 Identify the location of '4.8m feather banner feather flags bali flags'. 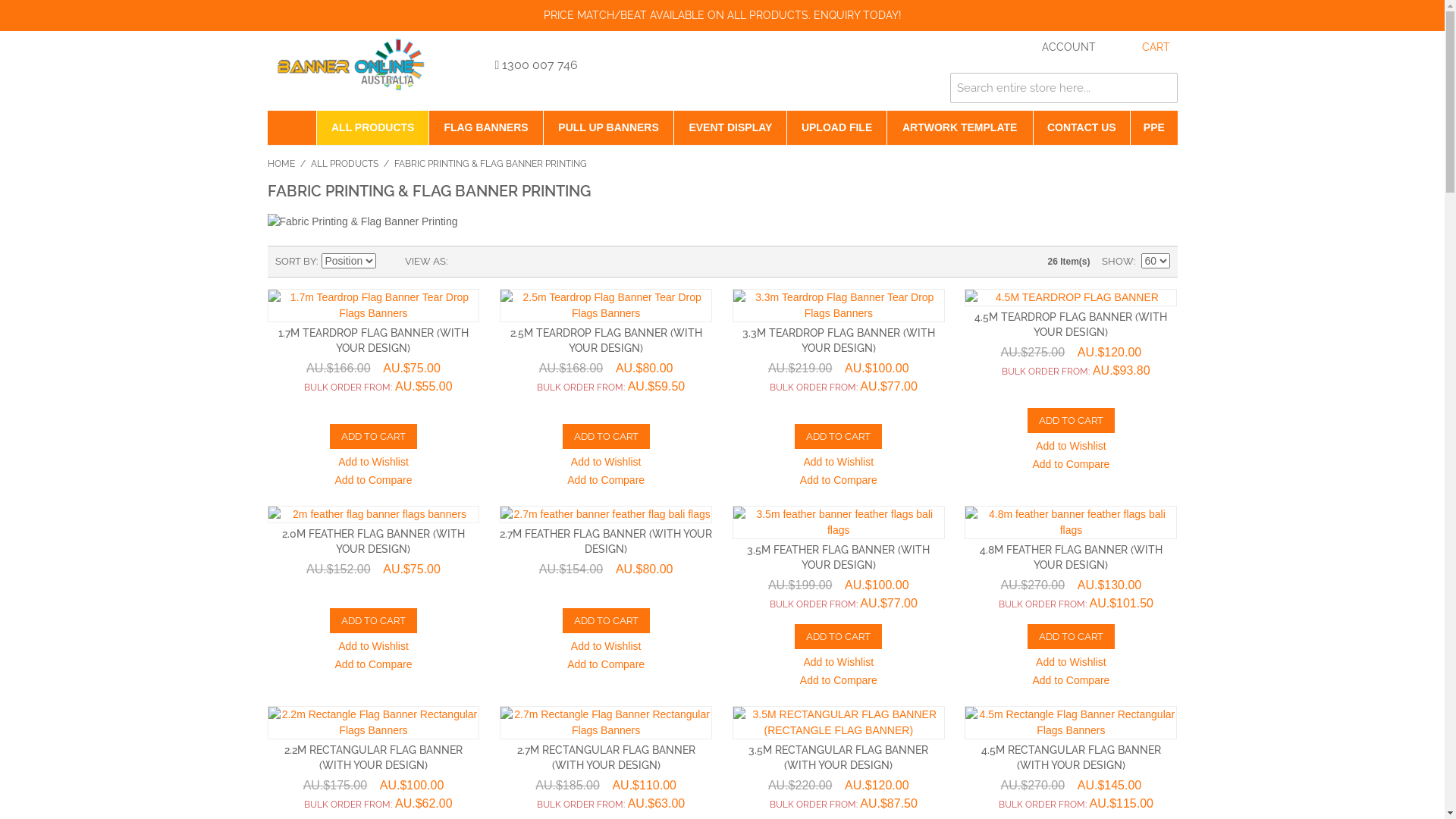
(1069, 522).